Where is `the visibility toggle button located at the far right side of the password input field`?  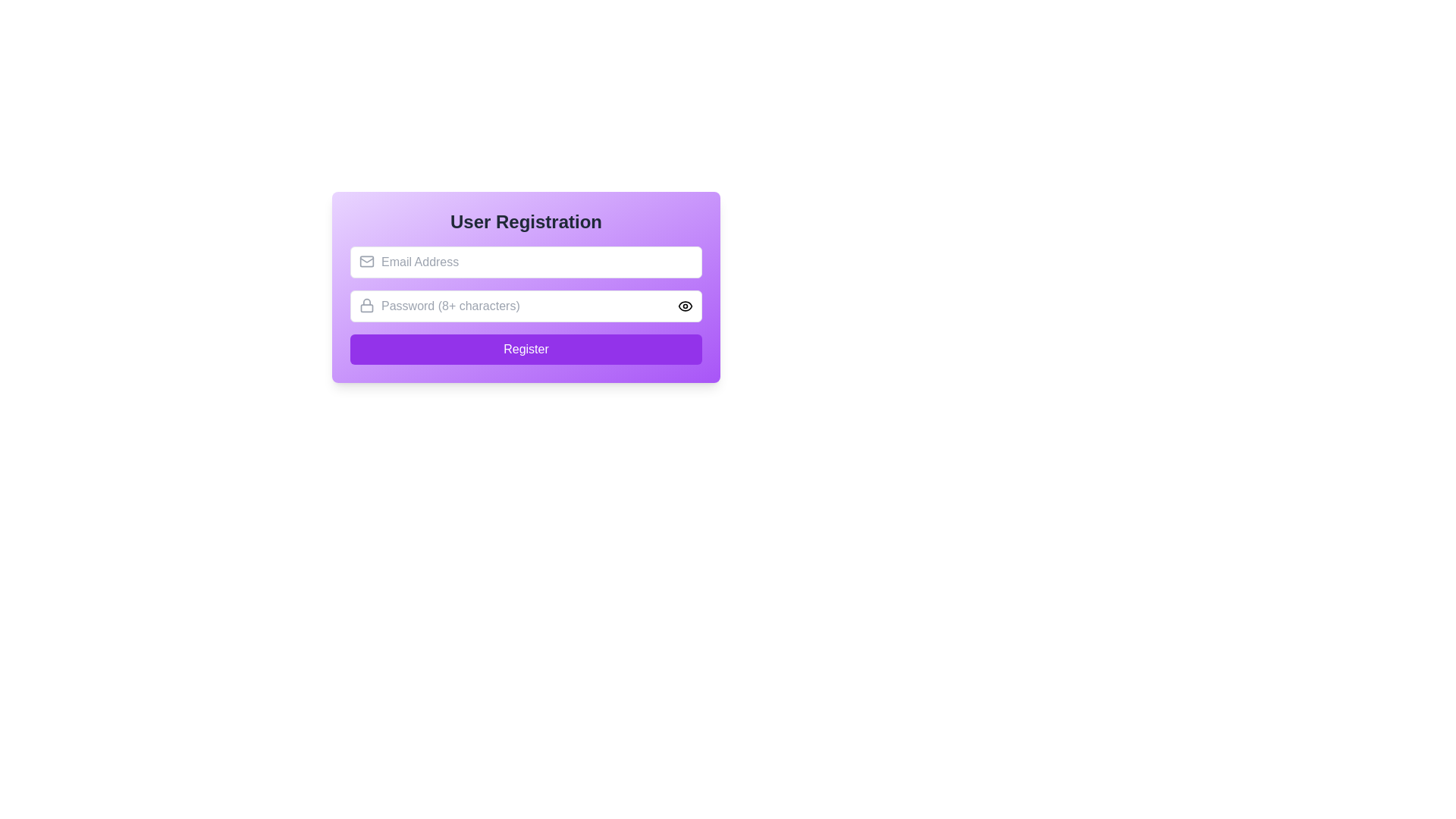 the visibility toggle button located at the far right side of the password input field is located at coordinates (684, 306).